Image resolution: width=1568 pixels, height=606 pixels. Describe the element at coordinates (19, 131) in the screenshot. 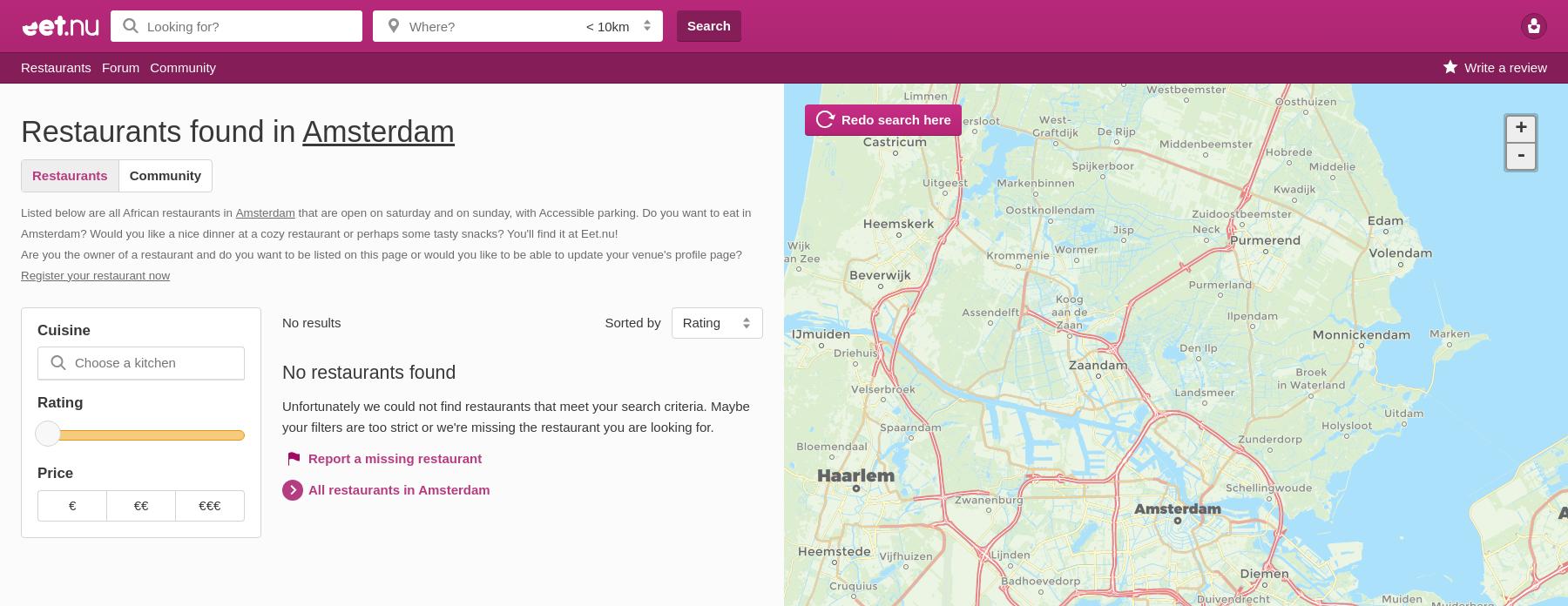

I see `'Restaurants found in'` at that location.